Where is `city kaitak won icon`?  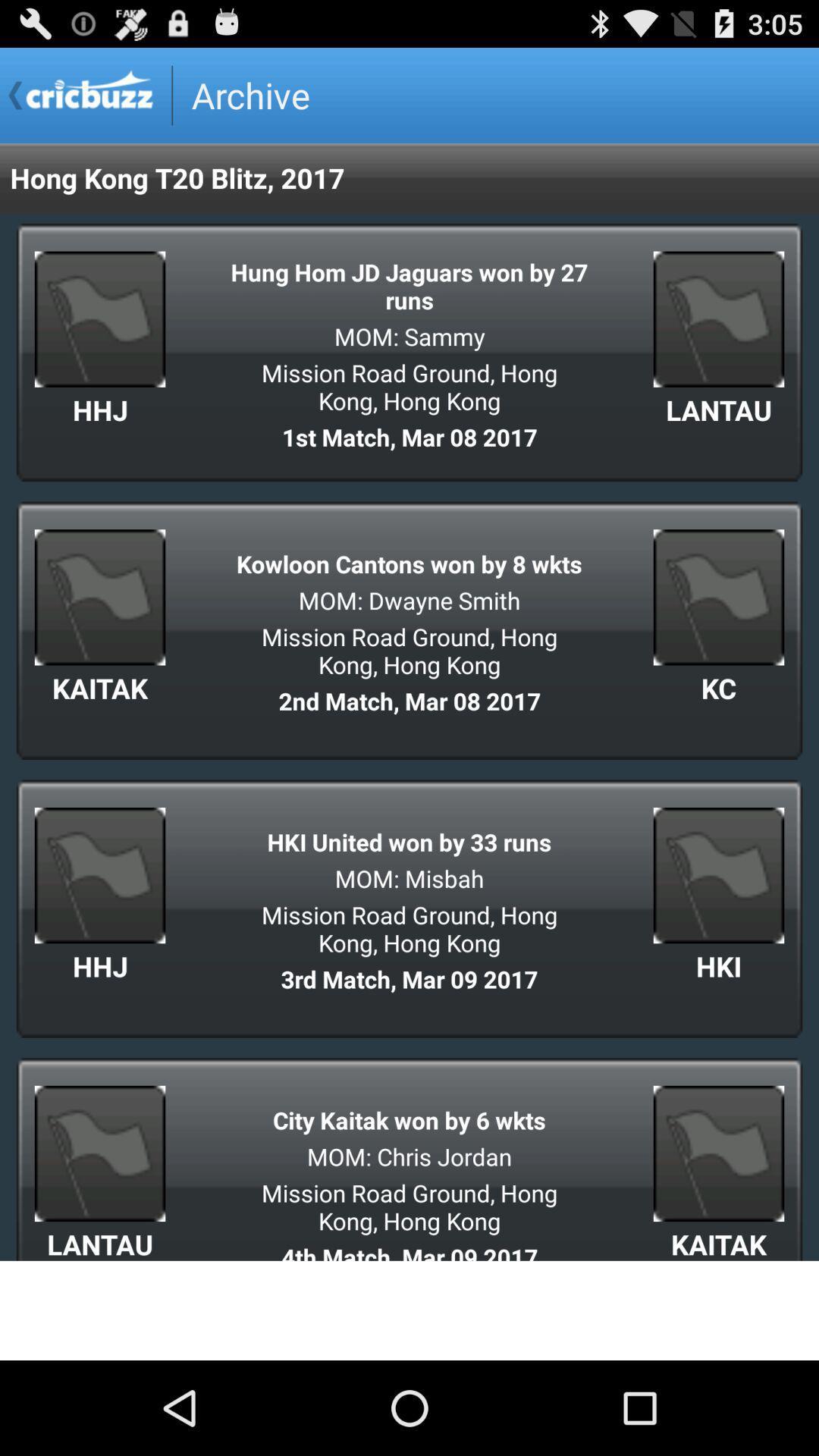 city kaitak won icon is located at coordinates (409, 1120).